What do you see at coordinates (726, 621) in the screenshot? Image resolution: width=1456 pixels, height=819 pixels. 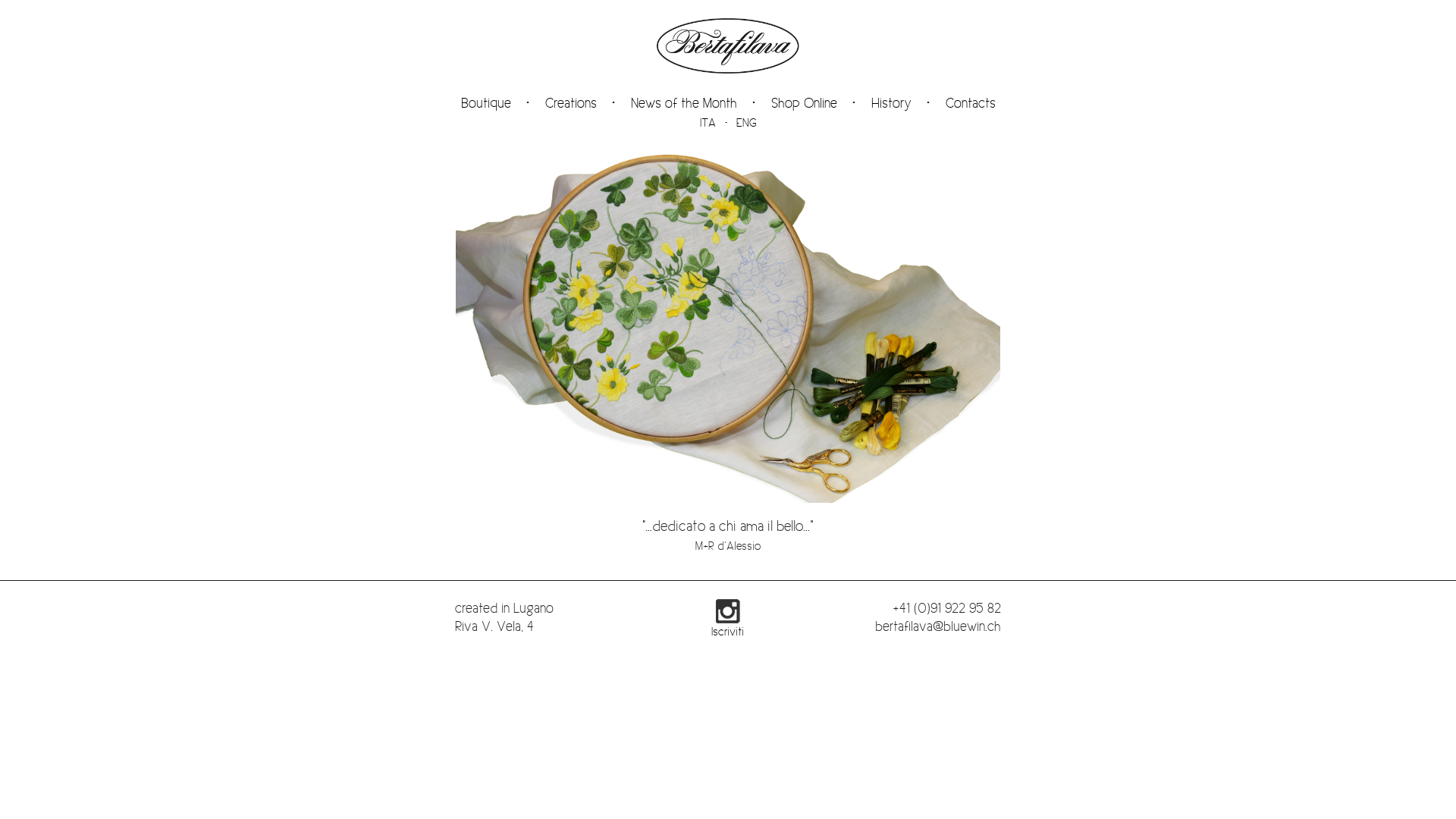 I see `'Iscriviti'` at bounding box center [726, 621].